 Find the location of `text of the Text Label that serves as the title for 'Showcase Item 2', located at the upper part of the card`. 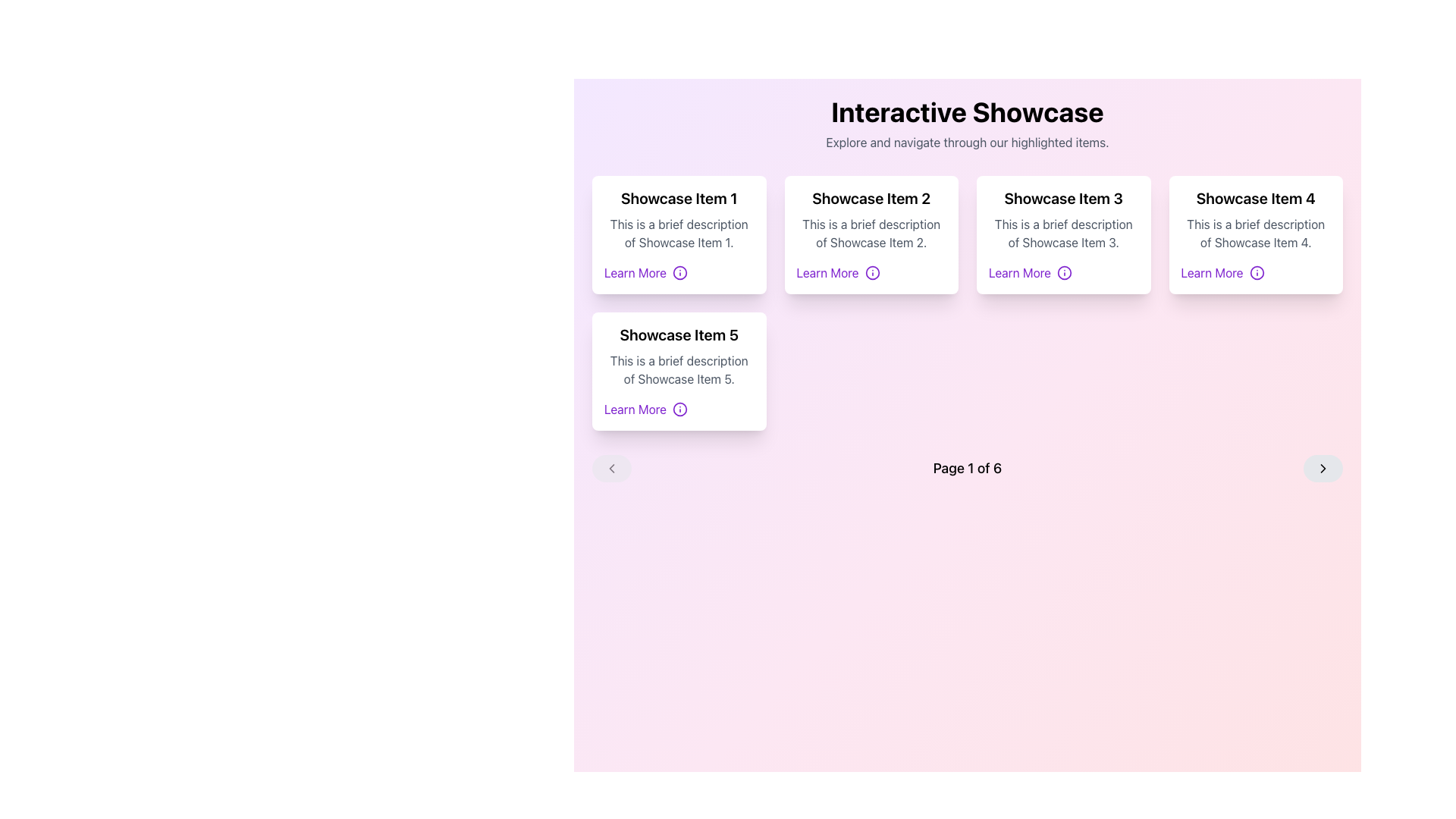

text of the Text Label that serves as the title for 'Showcase Item 2', located at the upper part of the card is located at coordinates (871, 198).